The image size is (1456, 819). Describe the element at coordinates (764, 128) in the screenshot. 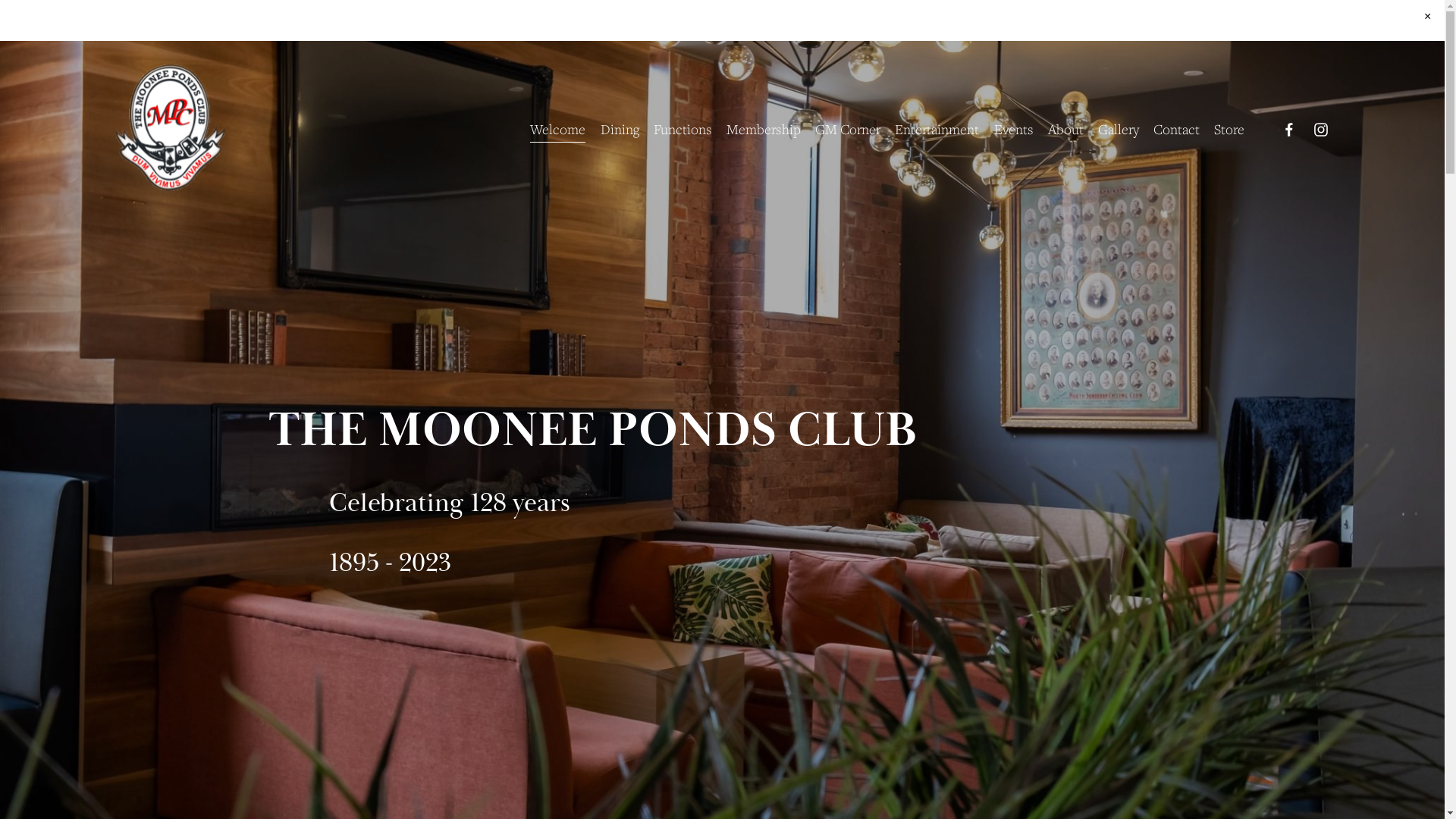

I see `'Membership'` at that location.